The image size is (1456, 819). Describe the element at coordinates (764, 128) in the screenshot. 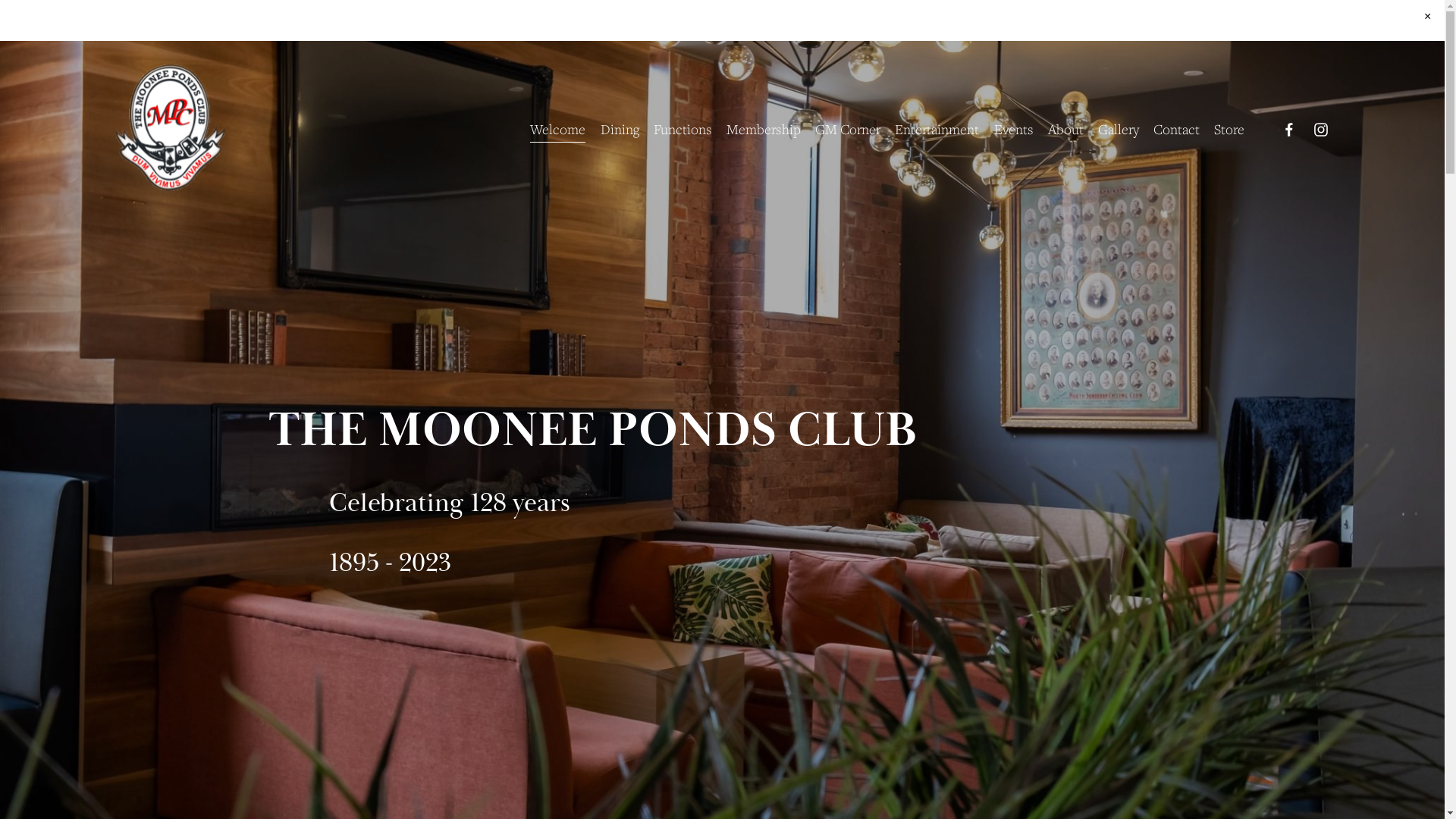

I see `'Membership'` at that location.